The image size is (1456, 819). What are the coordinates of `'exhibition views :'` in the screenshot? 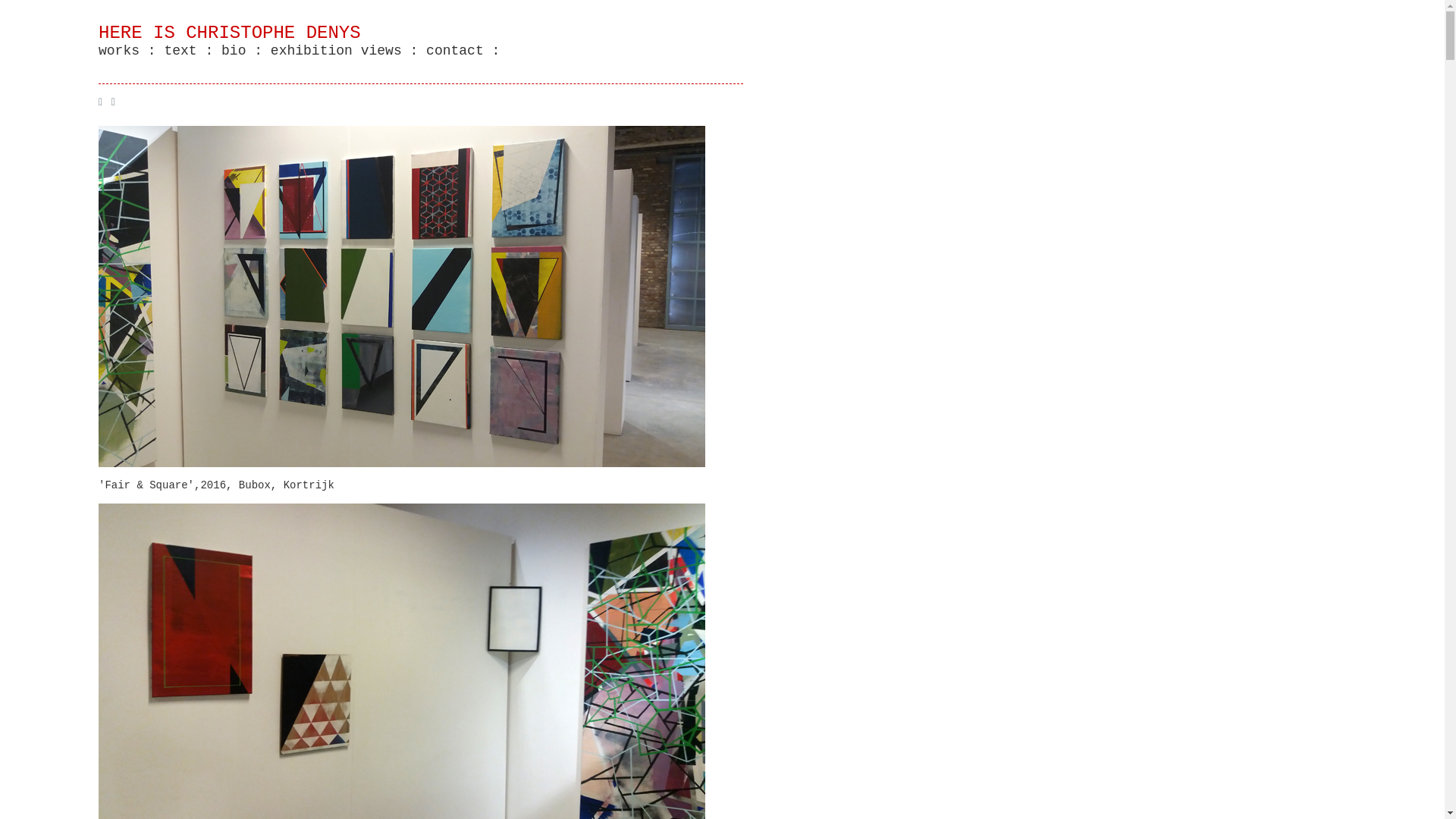 It's located at (262, 49).